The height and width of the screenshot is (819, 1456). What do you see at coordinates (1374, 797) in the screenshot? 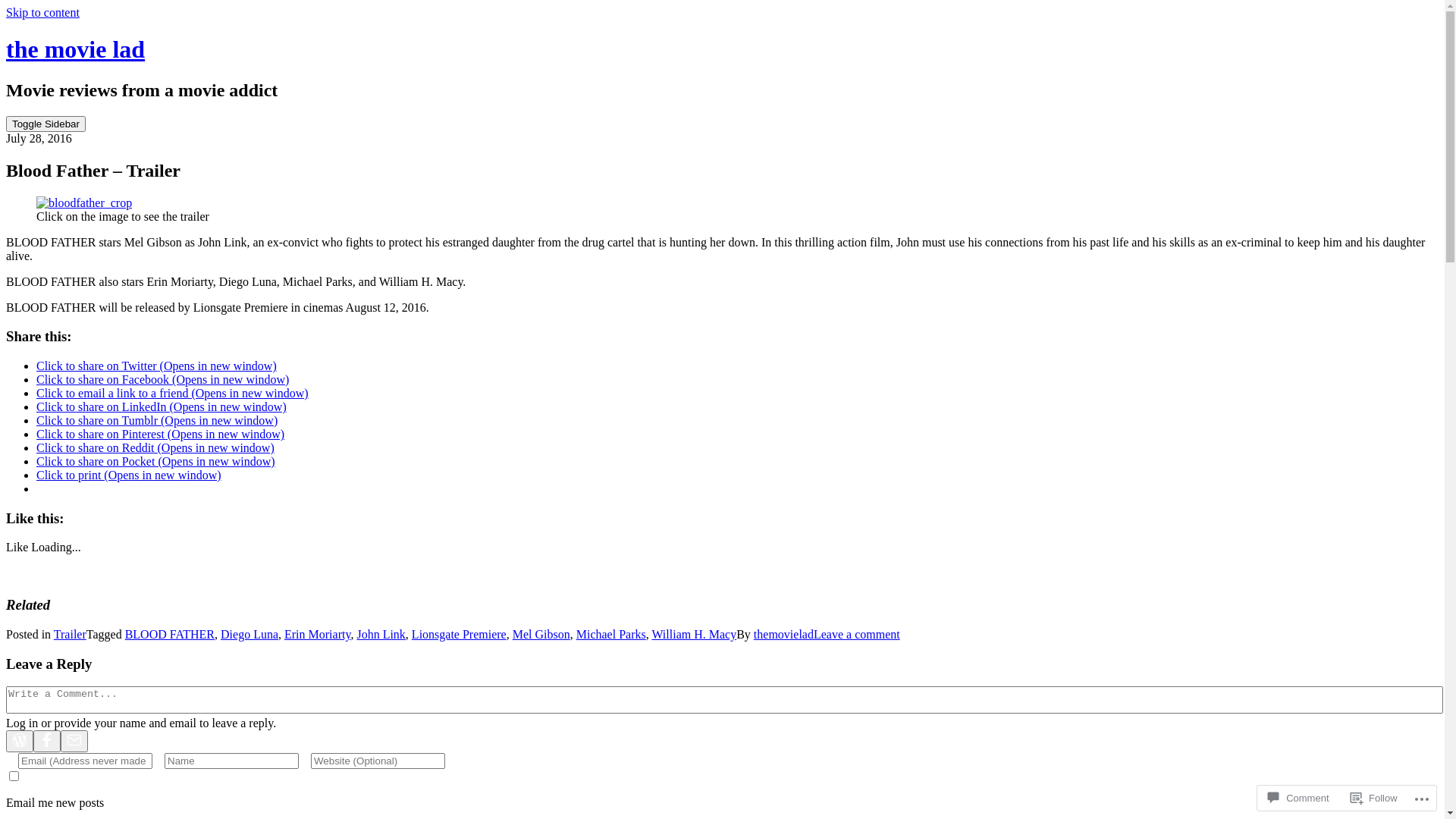
I see `'Follow'` at bounding box center [1374, 797].